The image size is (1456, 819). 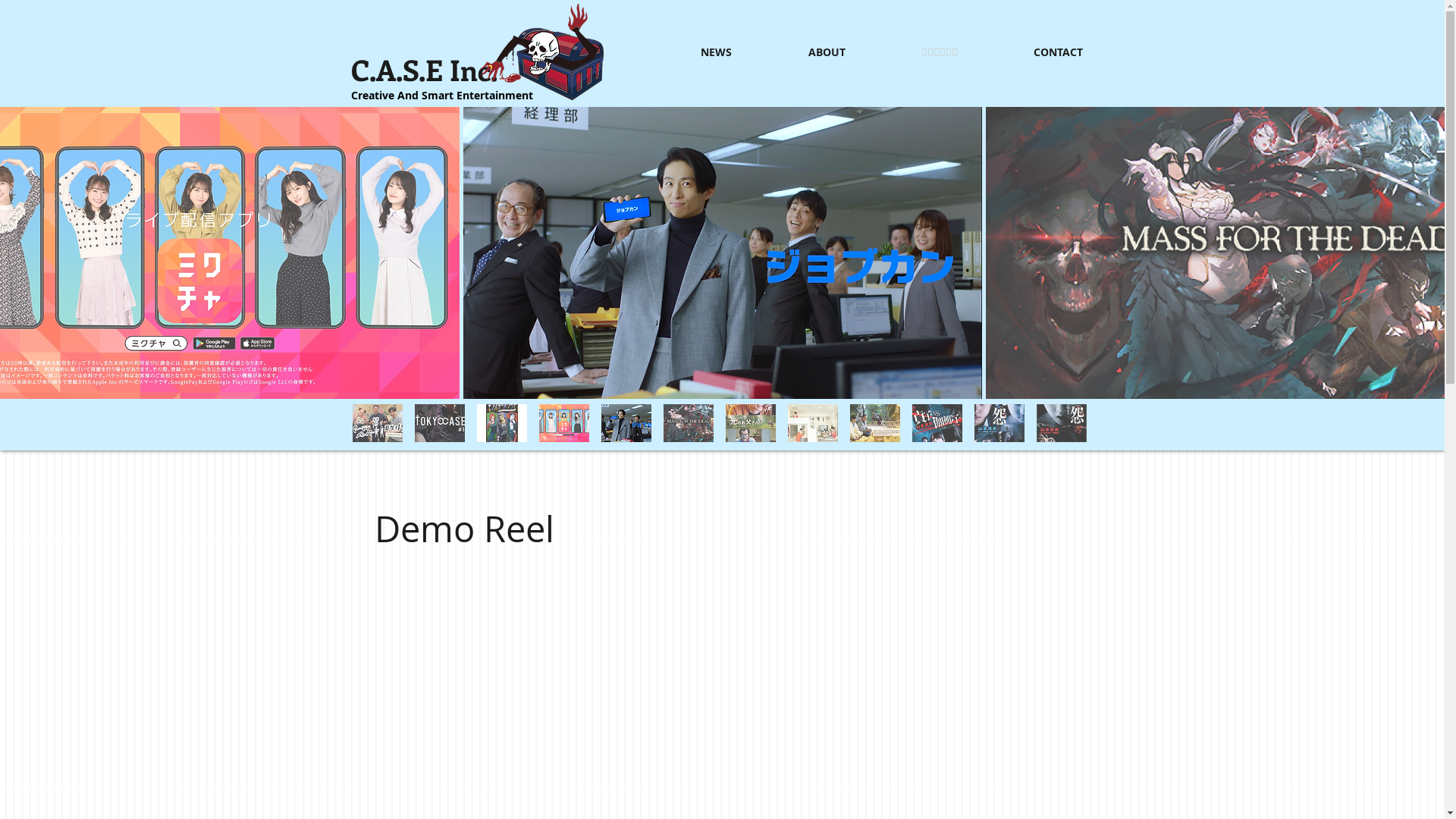 I want to click on 'CONTACT', so click(x=1031, y=52).